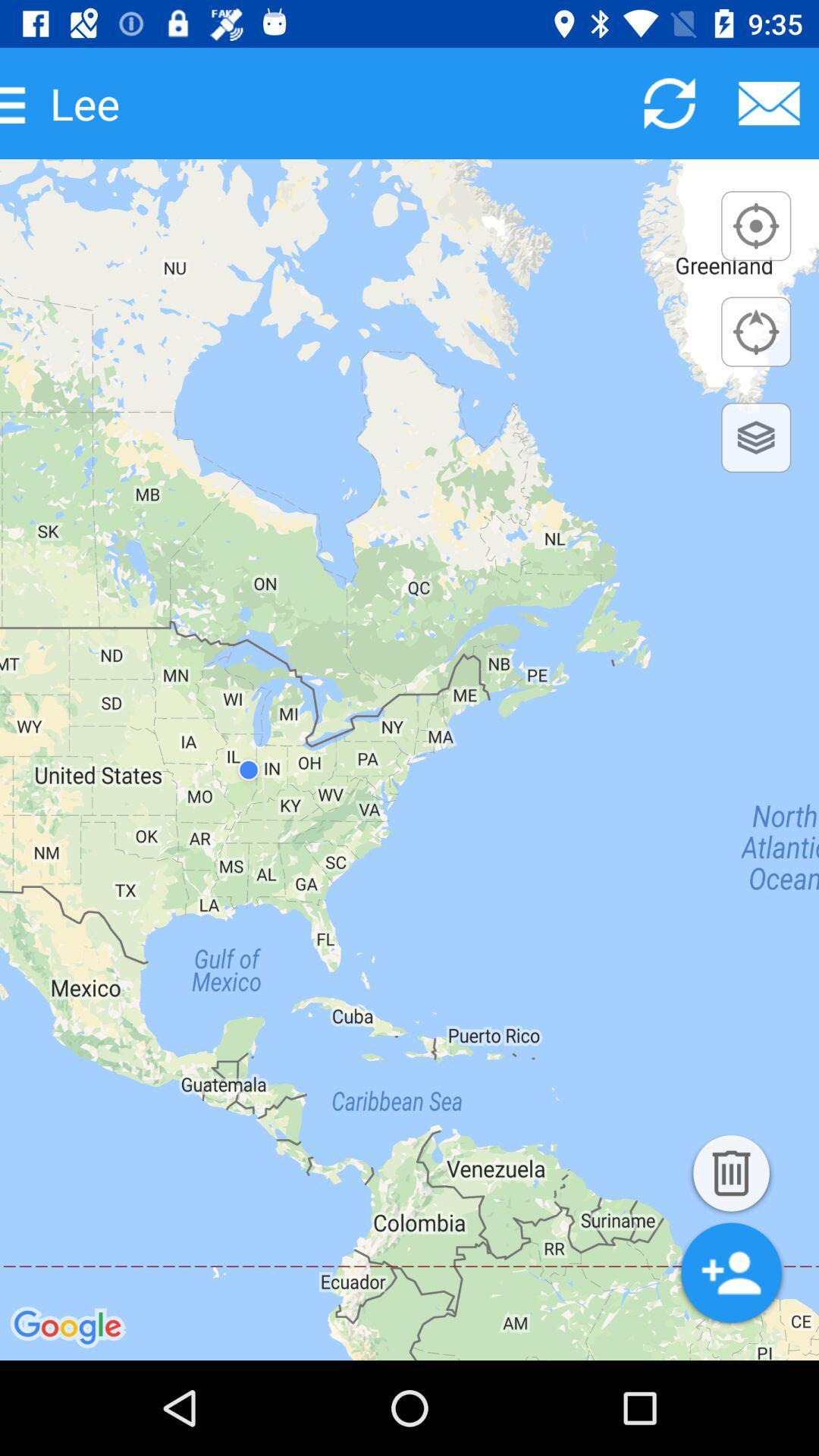  I want to click on send e-mail, so click(769, 102).